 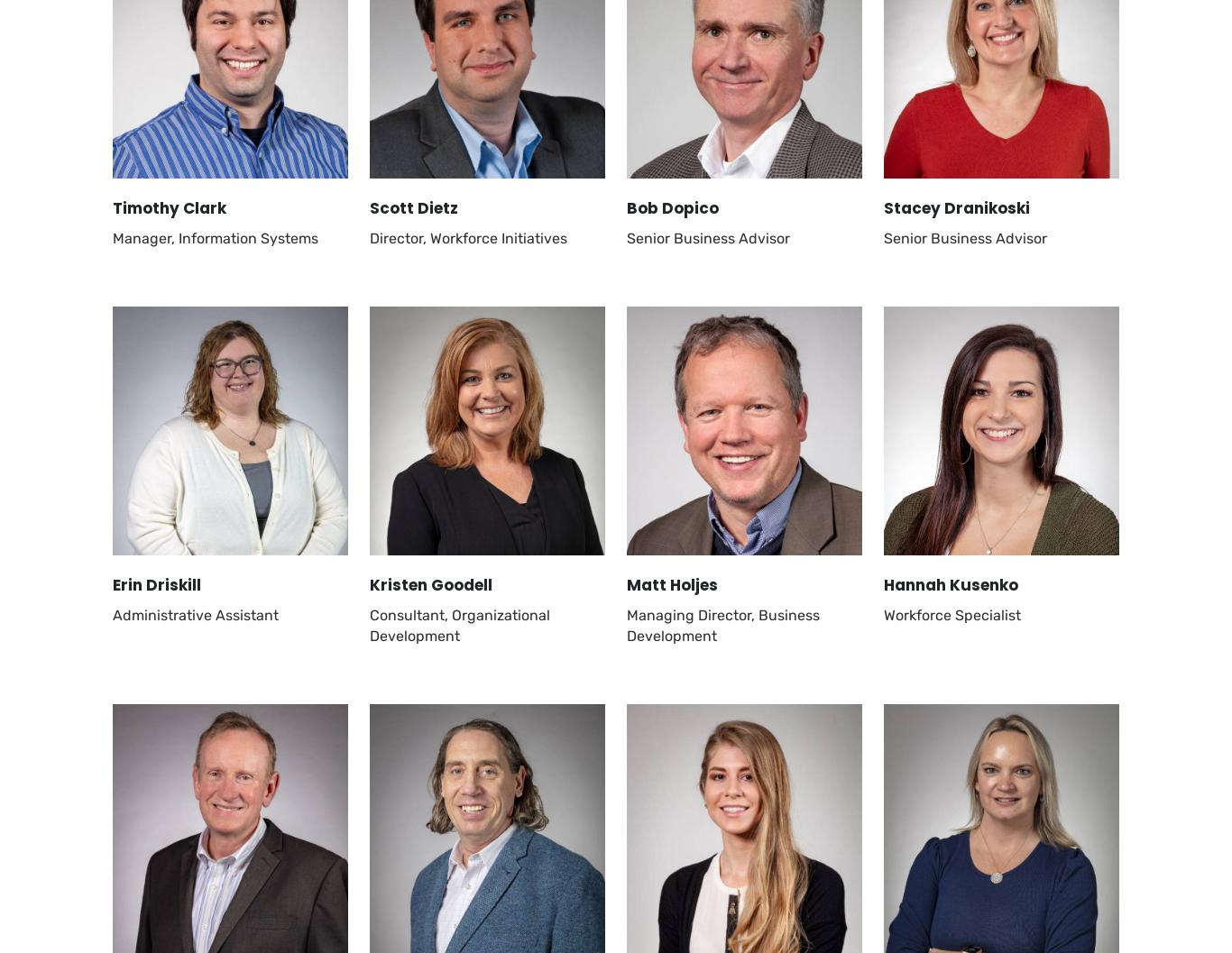 What do you see at coordinates (181, 332) in the screenshot?
I see `'Pittsburgh, PA 15207'` at bounding box center [181, 332].